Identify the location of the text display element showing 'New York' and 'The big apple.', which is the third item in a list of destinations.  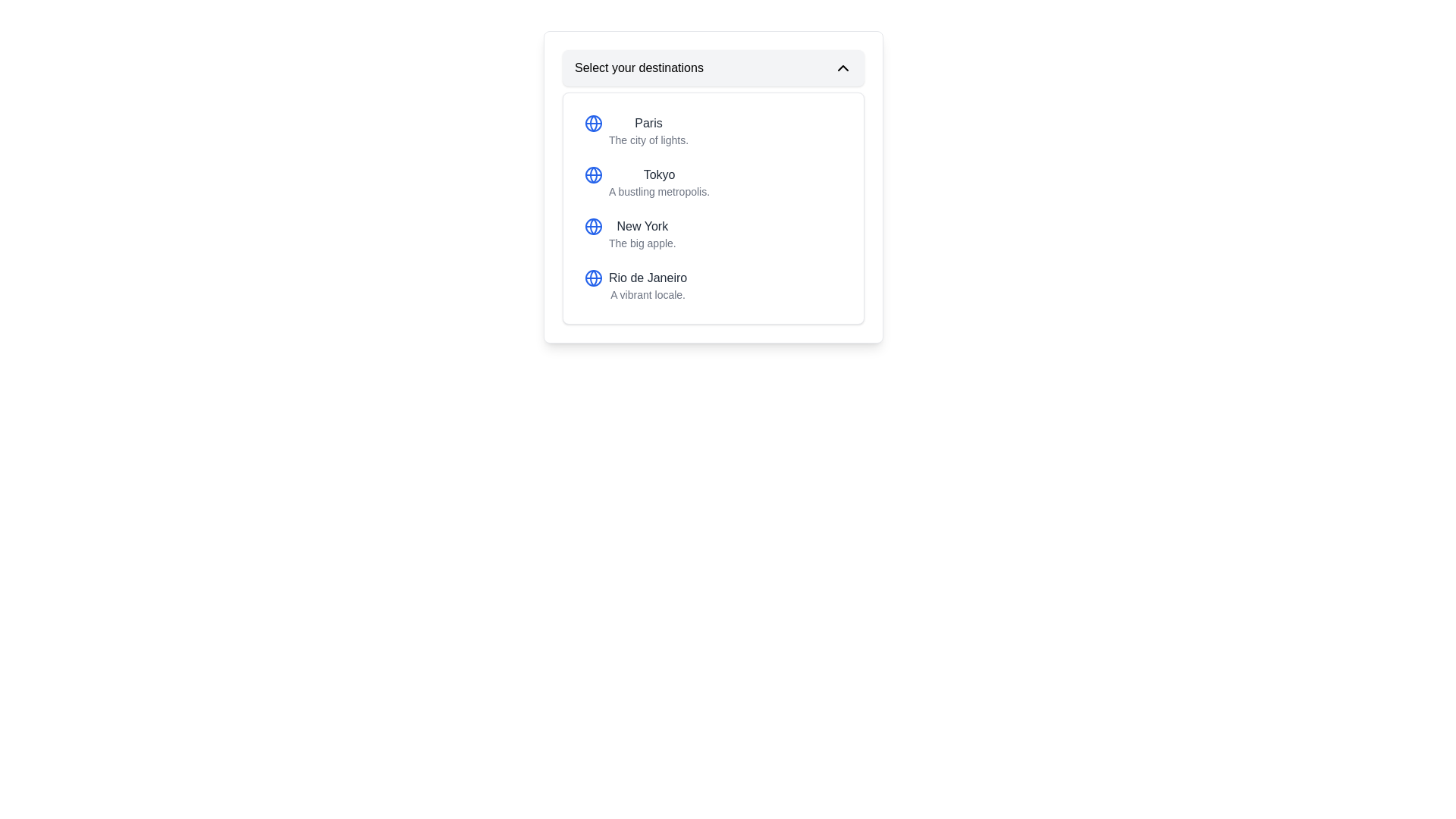
(642, 234).